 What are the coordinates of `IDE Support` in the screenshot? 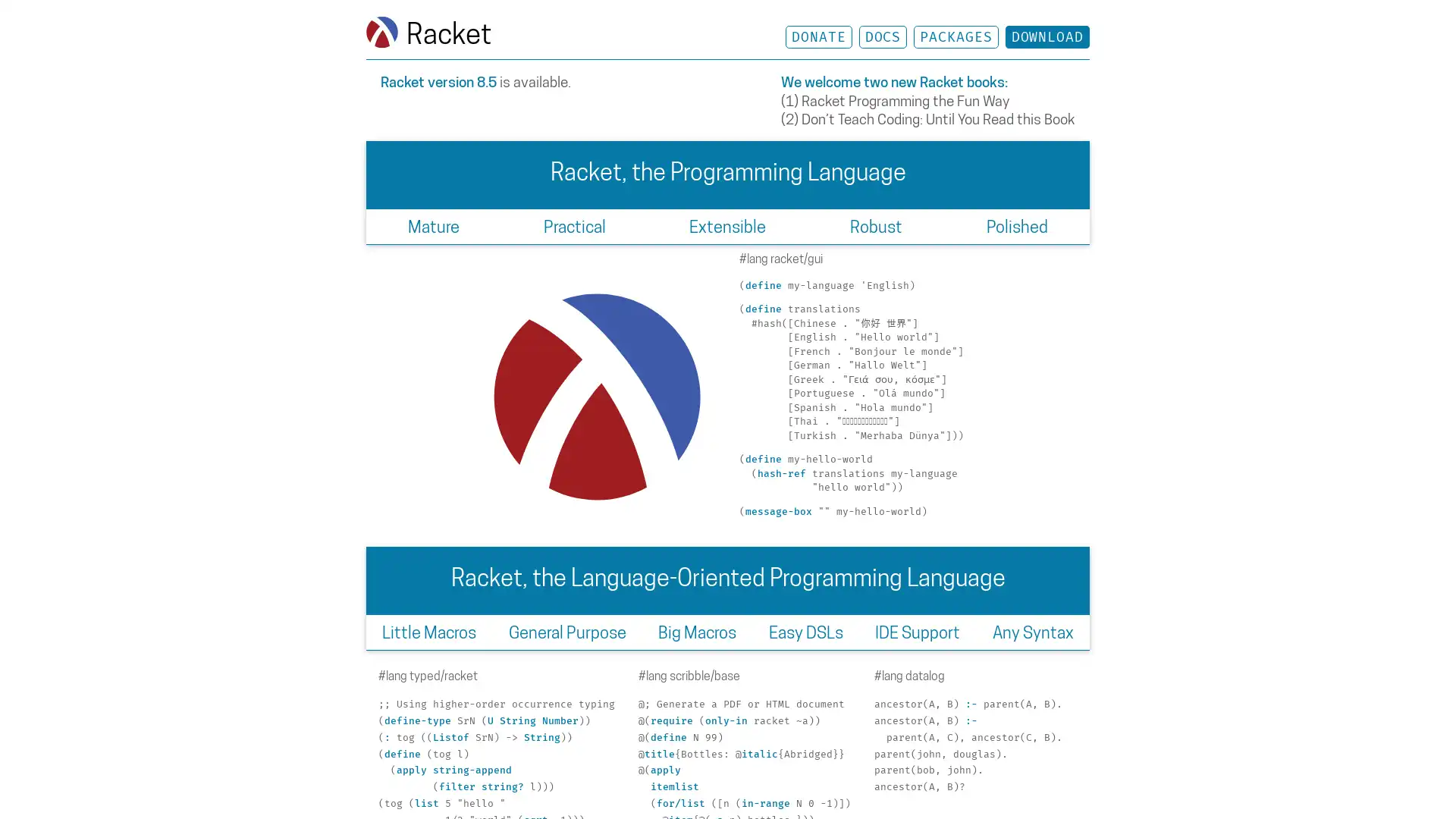 It's located at (916, 632).